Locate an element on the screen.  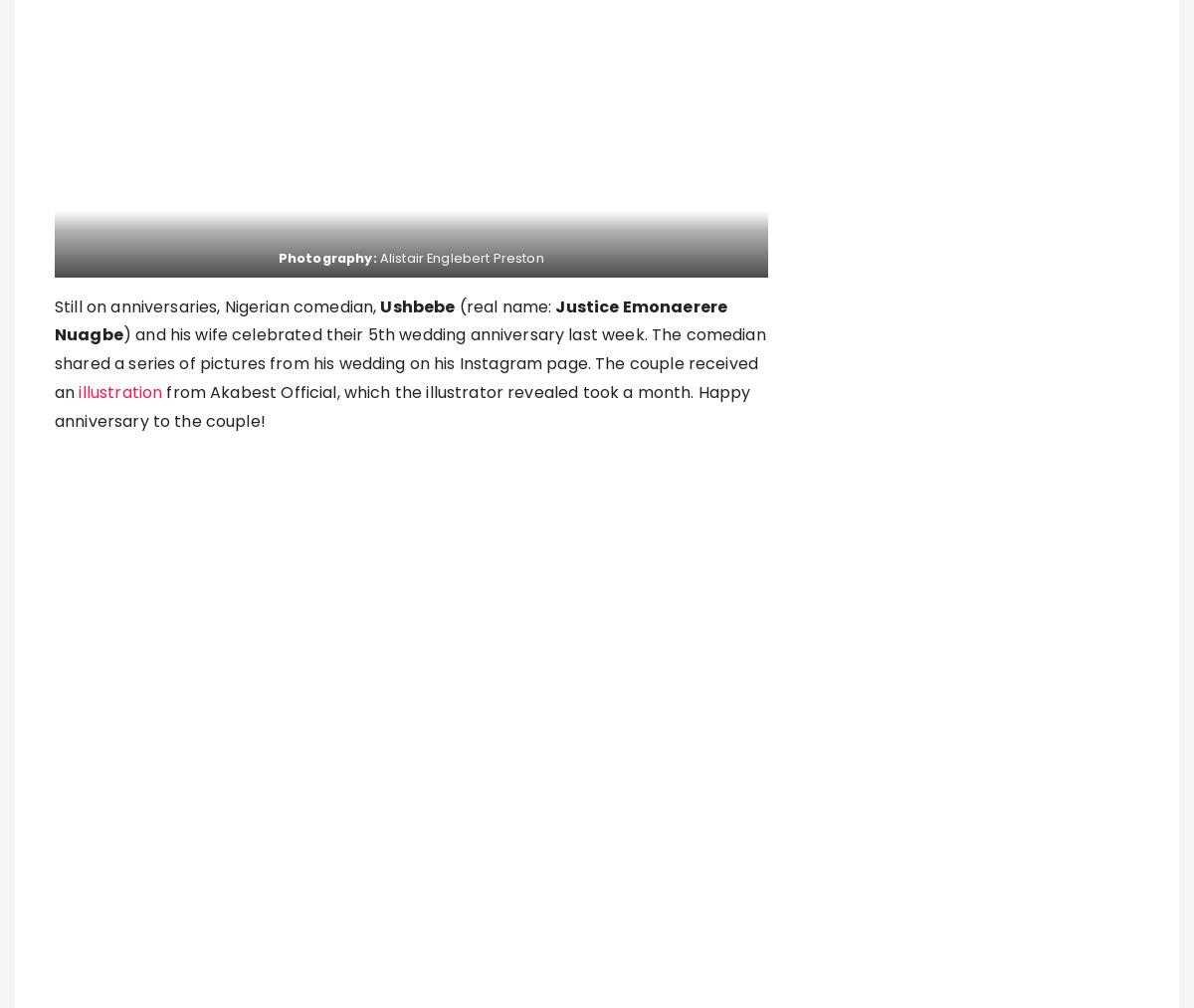
'illustration' is located at coordinates (121, 392).